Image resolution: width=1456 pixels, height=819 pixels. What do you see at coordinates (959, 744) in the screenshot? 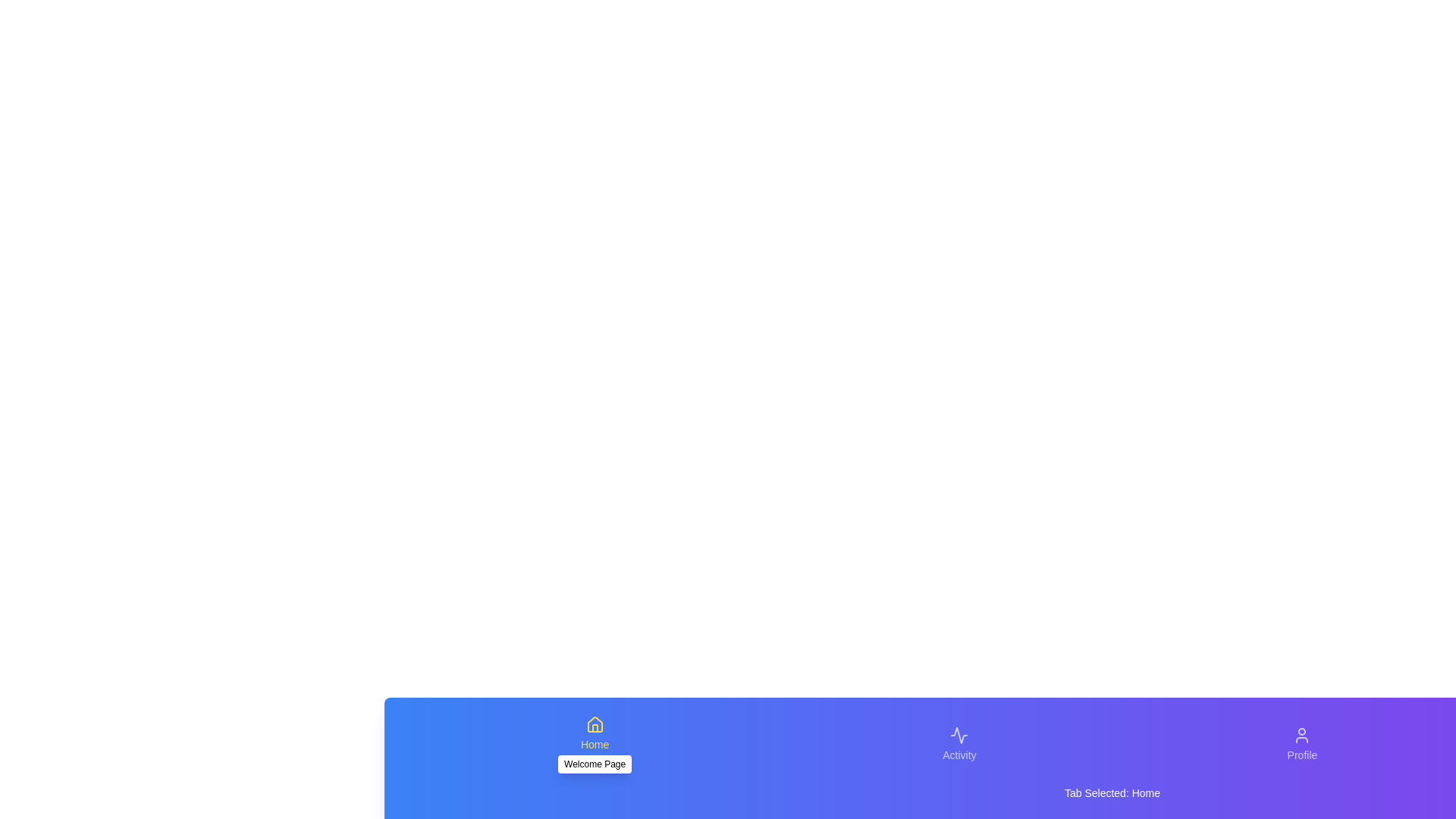
I see `the tab labeled Activity to view its description` at bounding box center [959, 744].